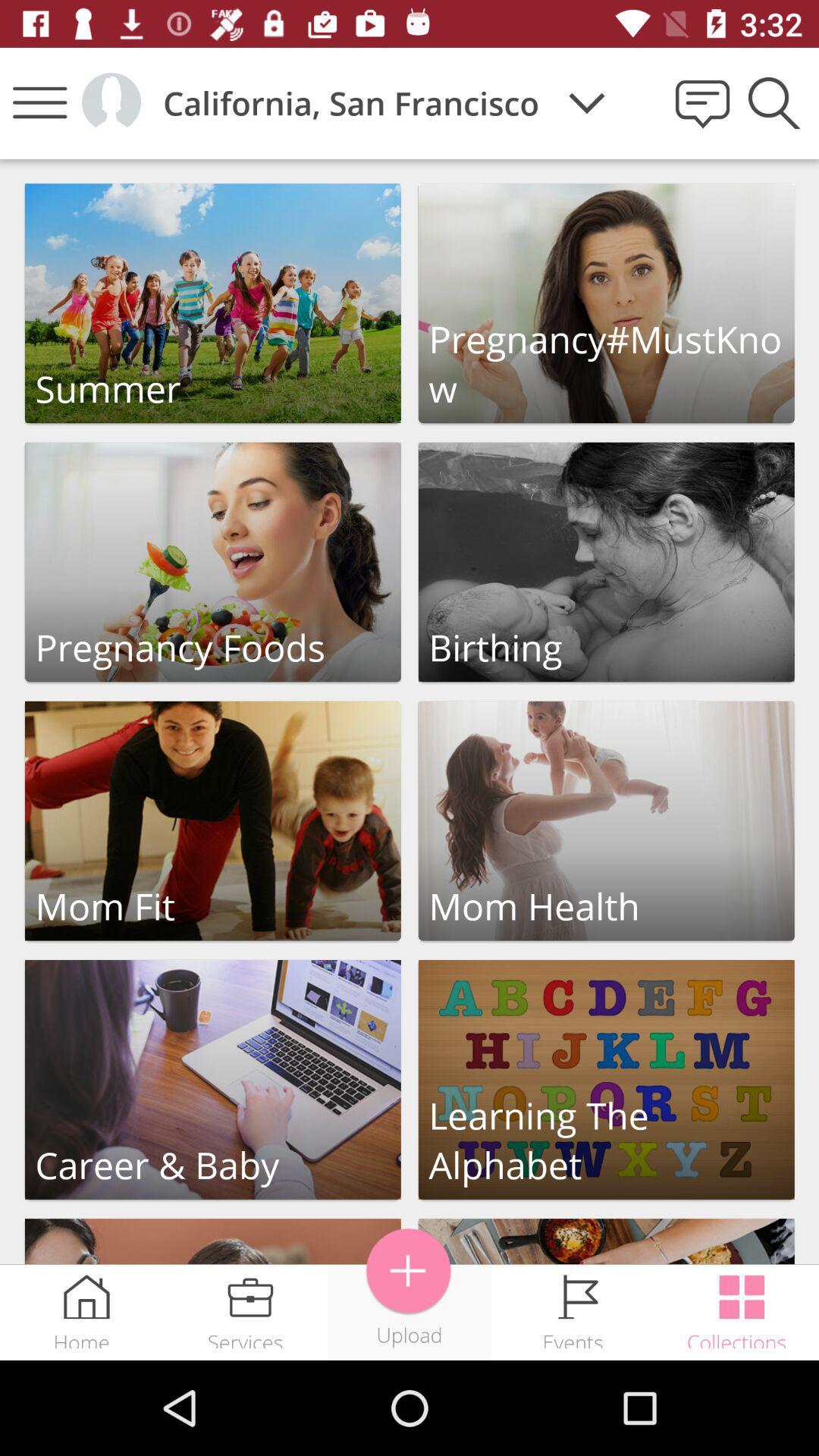 The height and width of the screenshot is (1456, 819). What do you see at coordinates (212, 1078) in the screenshot?
I see `the career and baby sections` at bounding box center [212, 1078].